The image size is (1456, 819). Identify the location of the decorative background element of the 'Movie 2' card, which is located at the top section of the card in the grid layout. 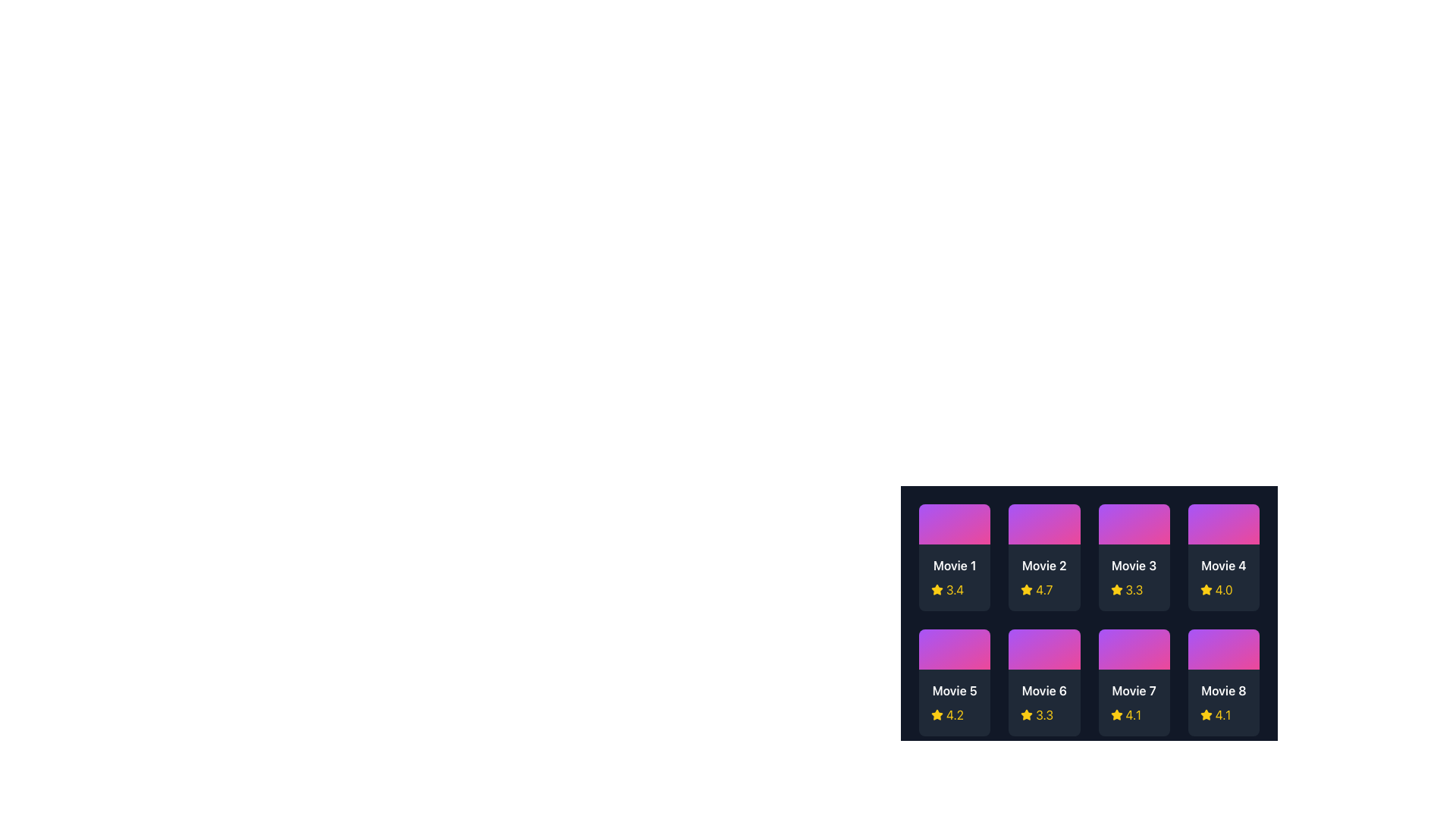
(1043, 523).